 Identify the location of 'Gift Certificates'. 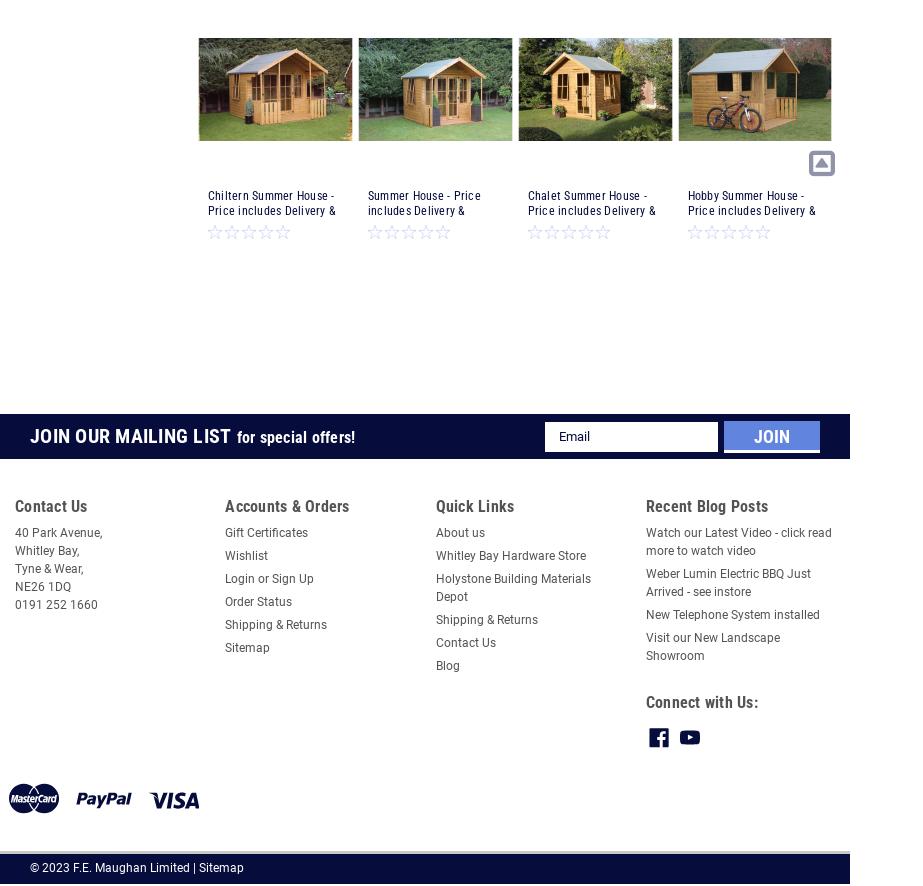
(266, 532).